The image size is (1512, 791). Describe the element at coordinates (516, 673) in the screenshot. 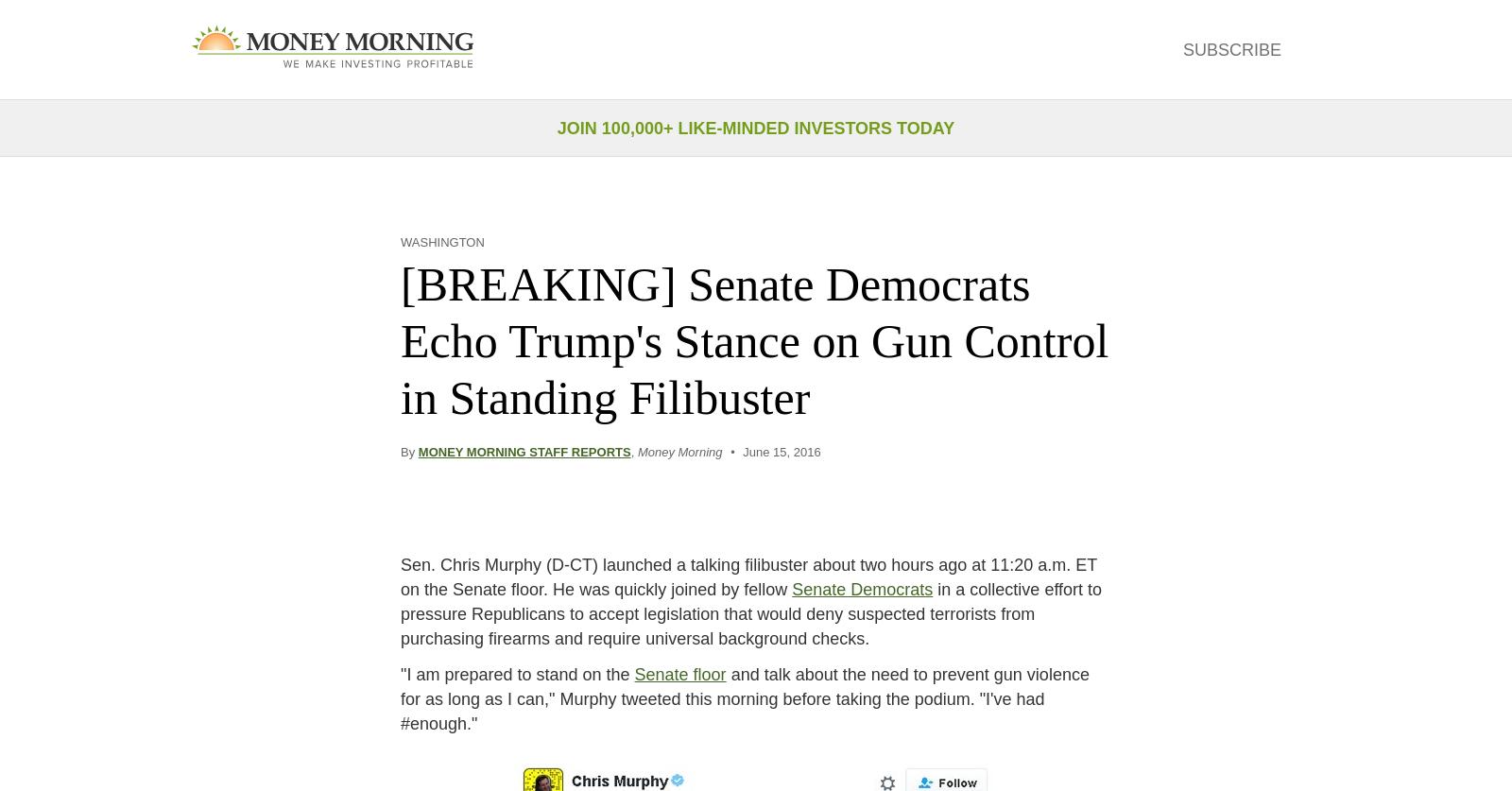

I see `'"I am prepared to stand on the'` at that location.